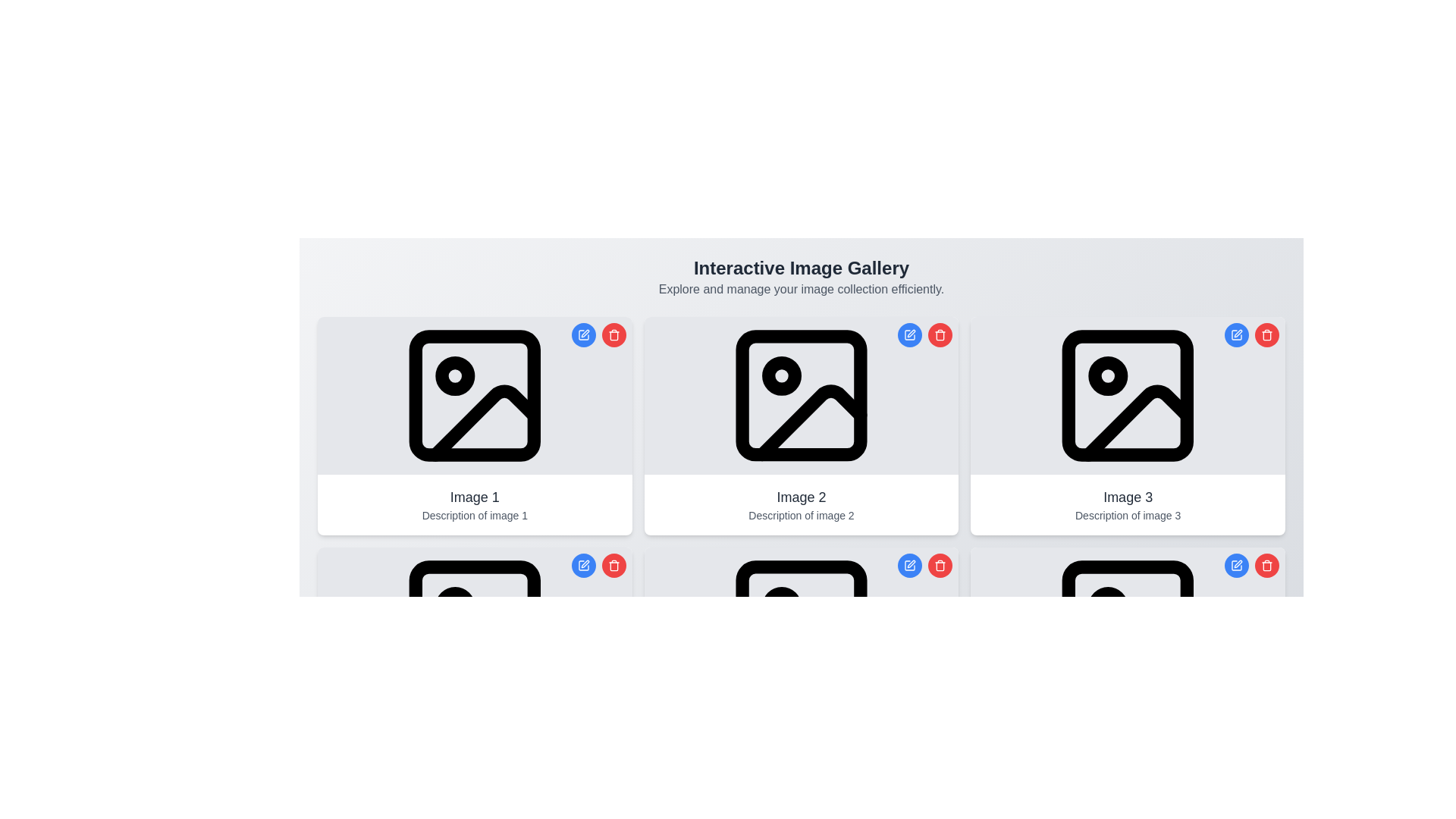 The width and height of the screenshot is (1456, 819). What do you see at coordinates (454, 375) in the screenshot?
I see `the small circular dot located at the top-left corner of the image placeholder for 'Image 1', which resembles a photo frame symbol in the grid layout` at bounding box center [454, 375].